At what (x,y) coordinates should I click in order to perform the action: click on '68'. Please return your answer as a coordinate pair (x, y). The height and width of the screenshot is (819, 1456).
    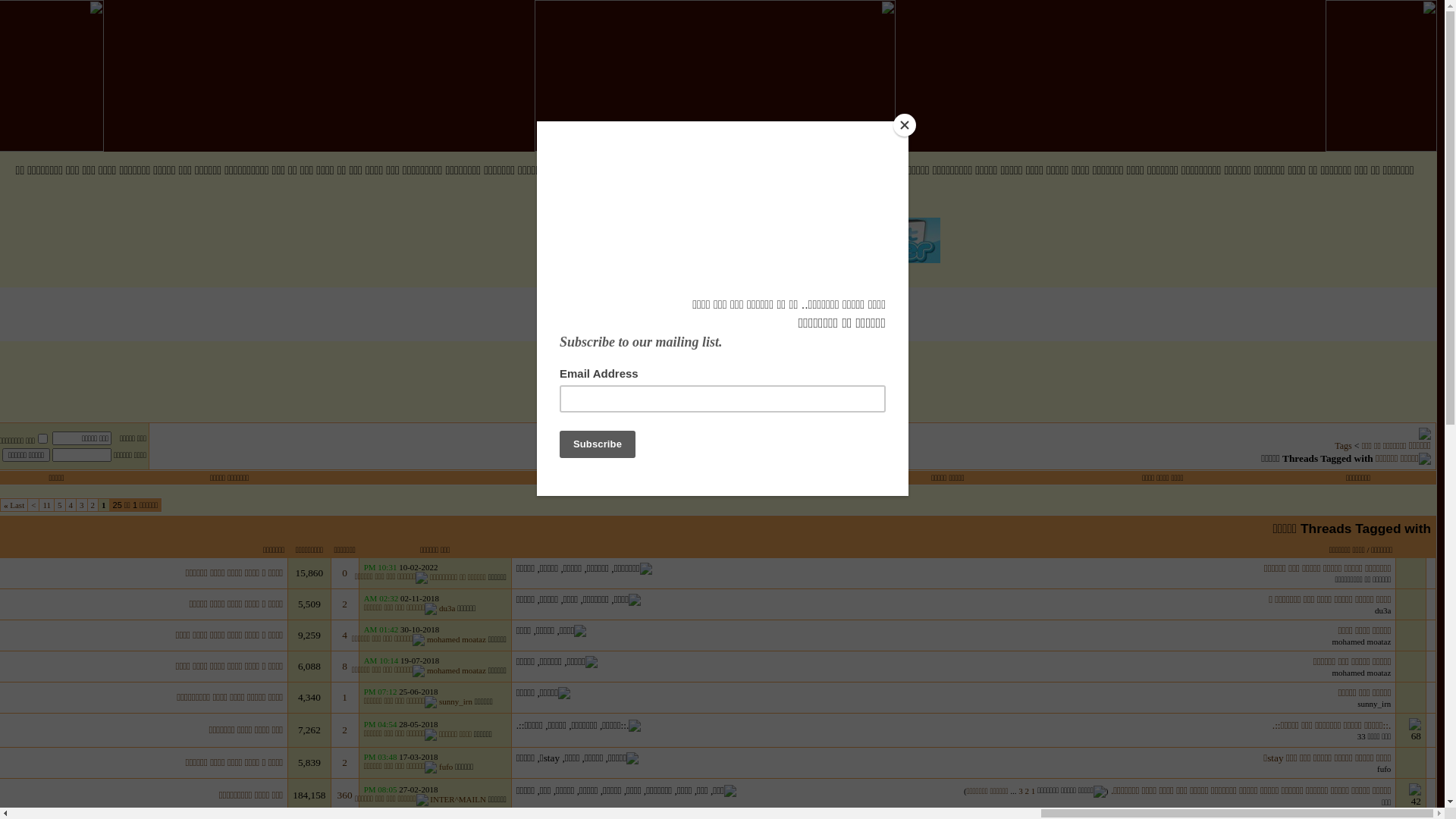
    Looking at the image, I should click on (1410, 730).